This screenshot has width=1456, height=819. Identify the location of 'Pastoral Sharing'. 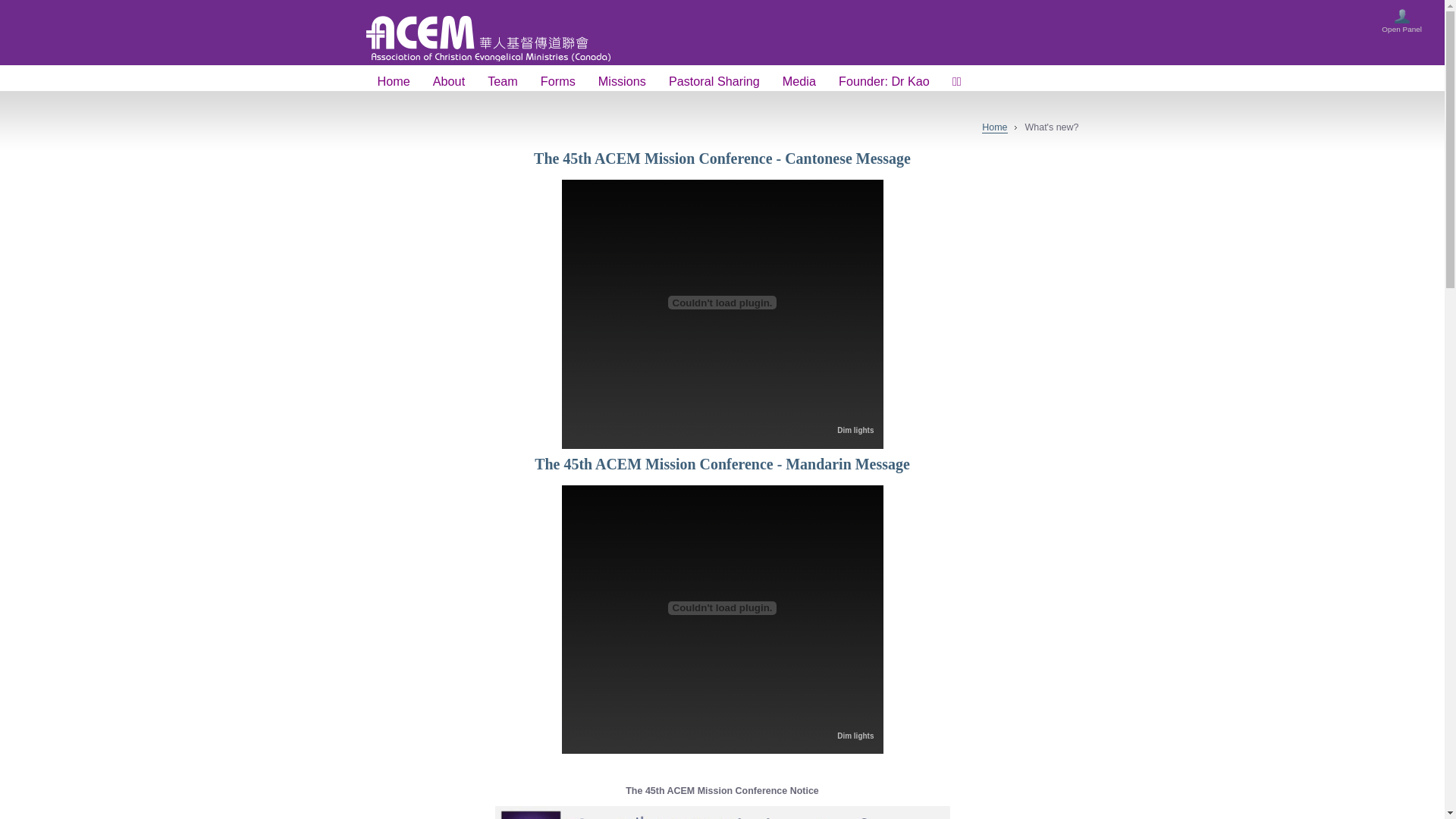
(713, 82).